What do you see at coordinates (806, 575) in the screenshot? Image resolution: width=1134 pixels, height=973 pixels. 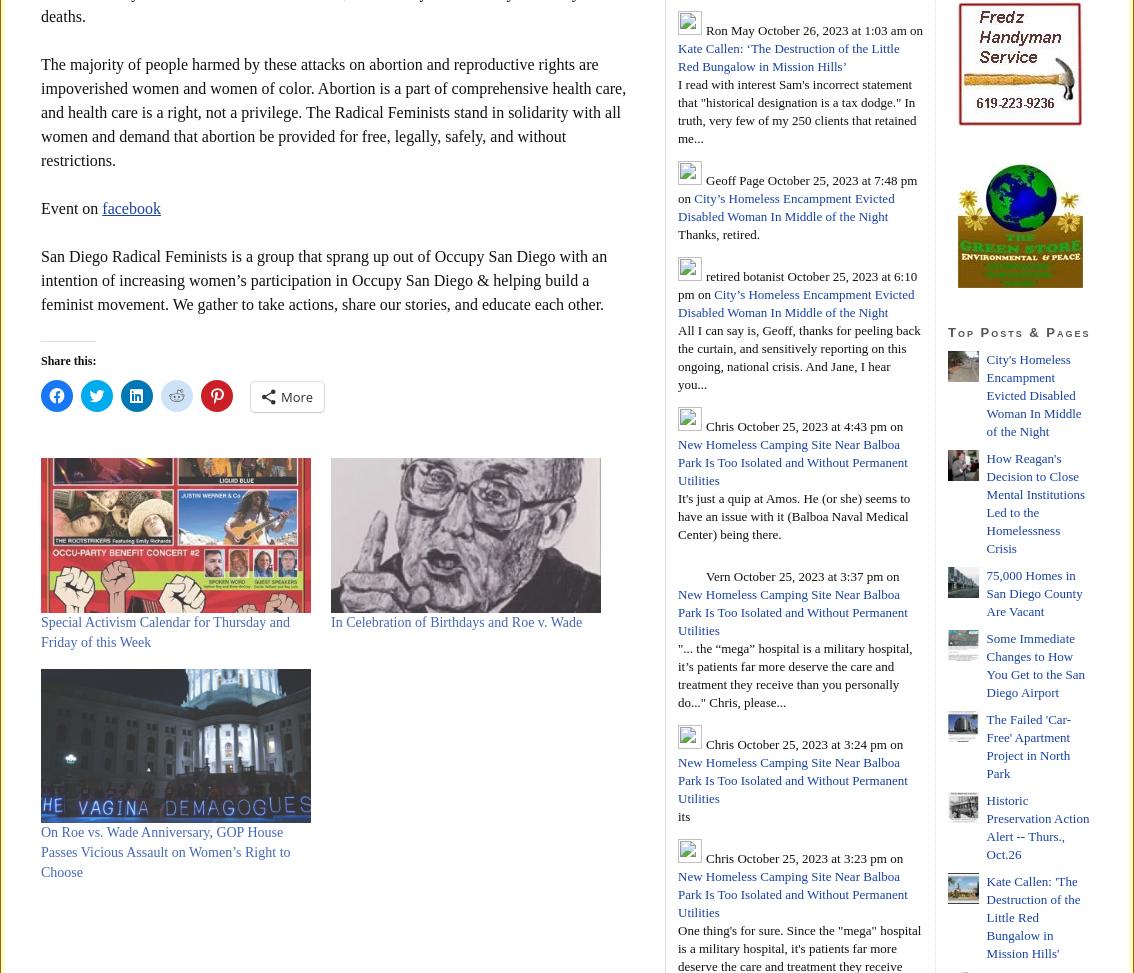 I see `'October 25, 2023 at 3:37 pm'` at bounding box center [806, 575].